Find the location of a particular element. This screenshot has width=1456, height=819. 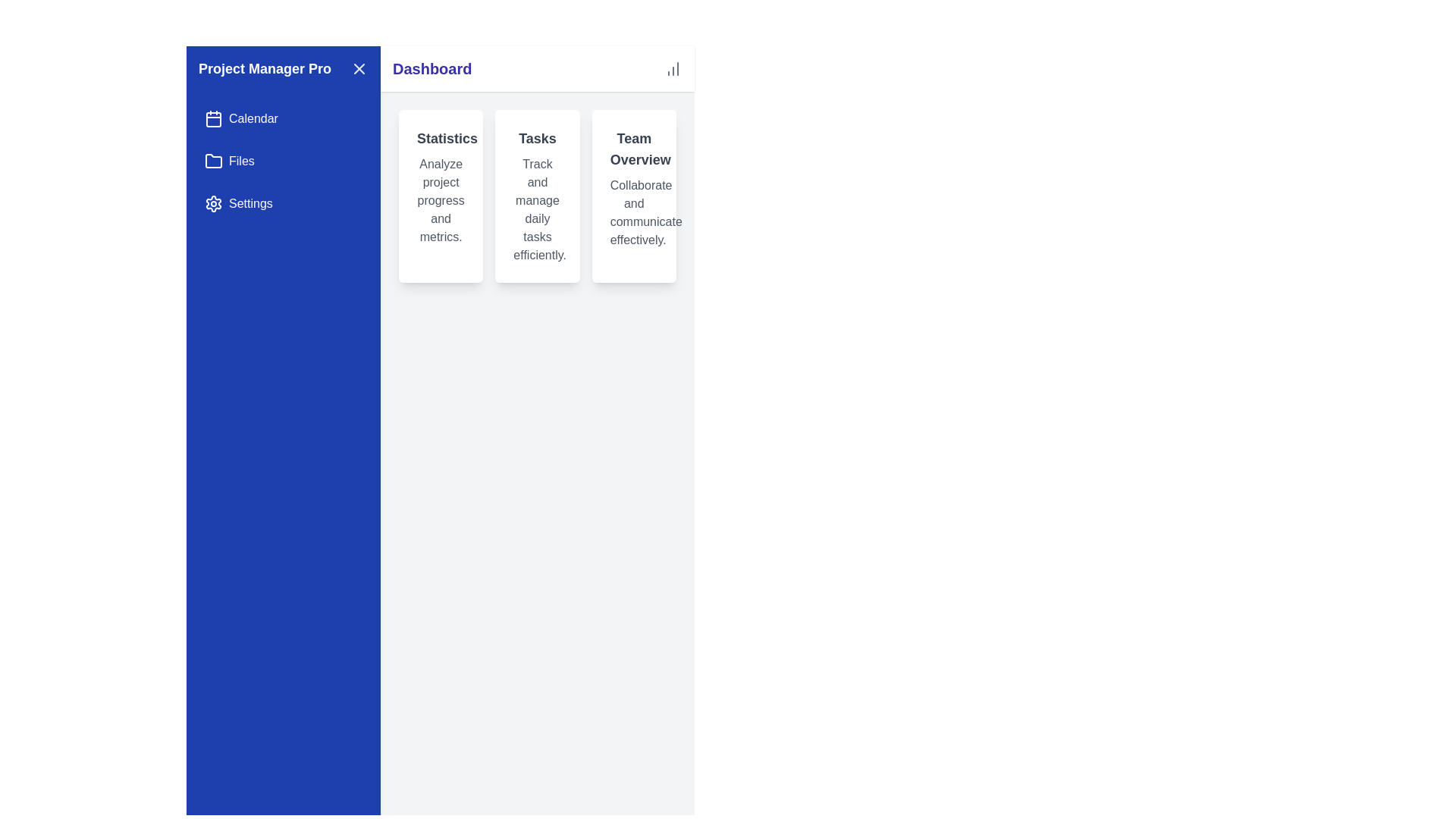

the close icon located in the top-right corner of the blue sidebar, adjacent to 'Project Manager Pro' is located at coordinates (359, 69).